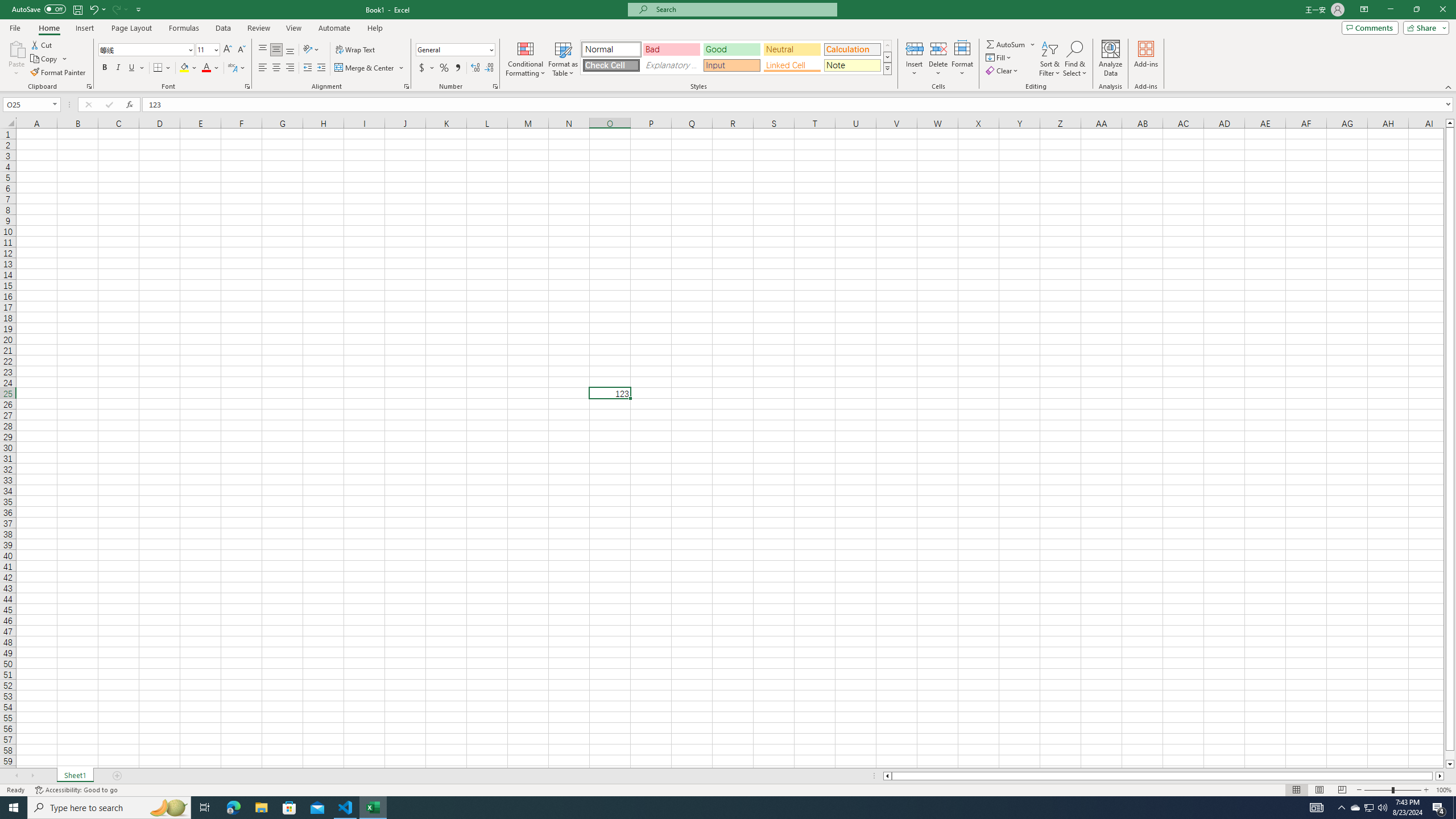  Describe the element at coordinates (1110, 59) in the screenshot. I see `'Analyze Data'` at that location.